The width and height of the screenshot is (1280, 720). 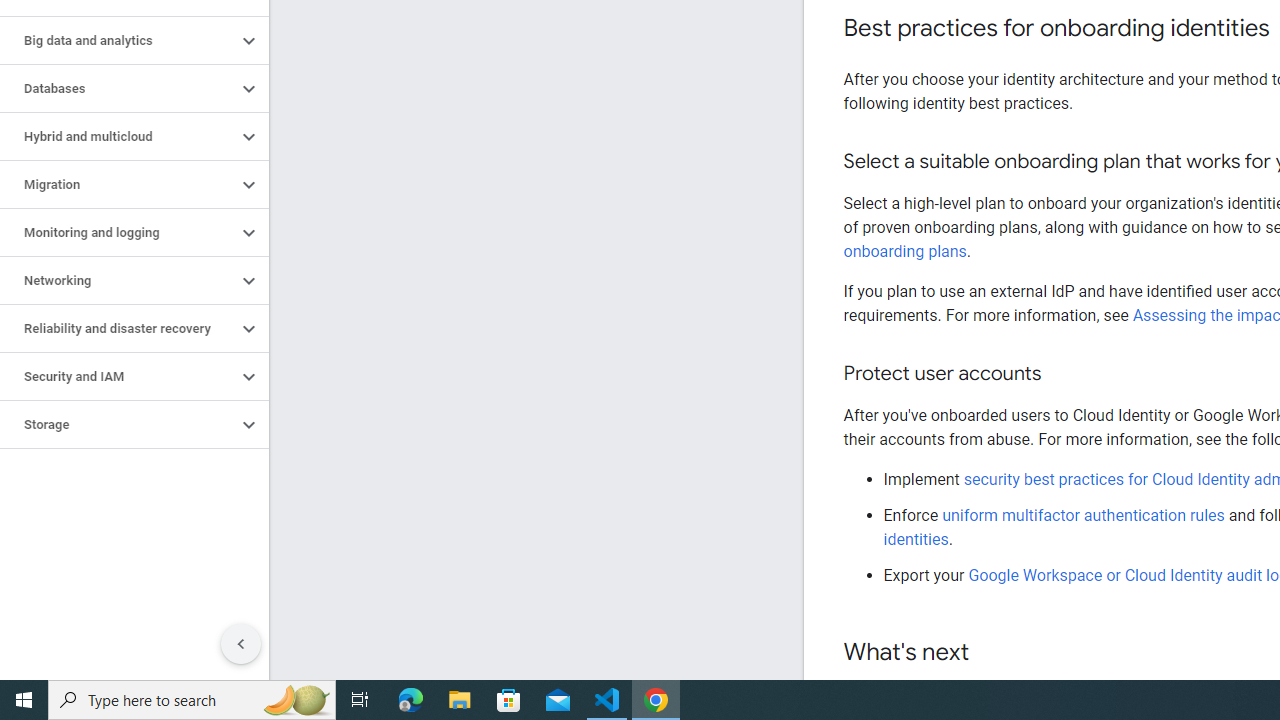 I want to click on 'uniform multifactor authentication rules ', so click(x=1084, y=514).